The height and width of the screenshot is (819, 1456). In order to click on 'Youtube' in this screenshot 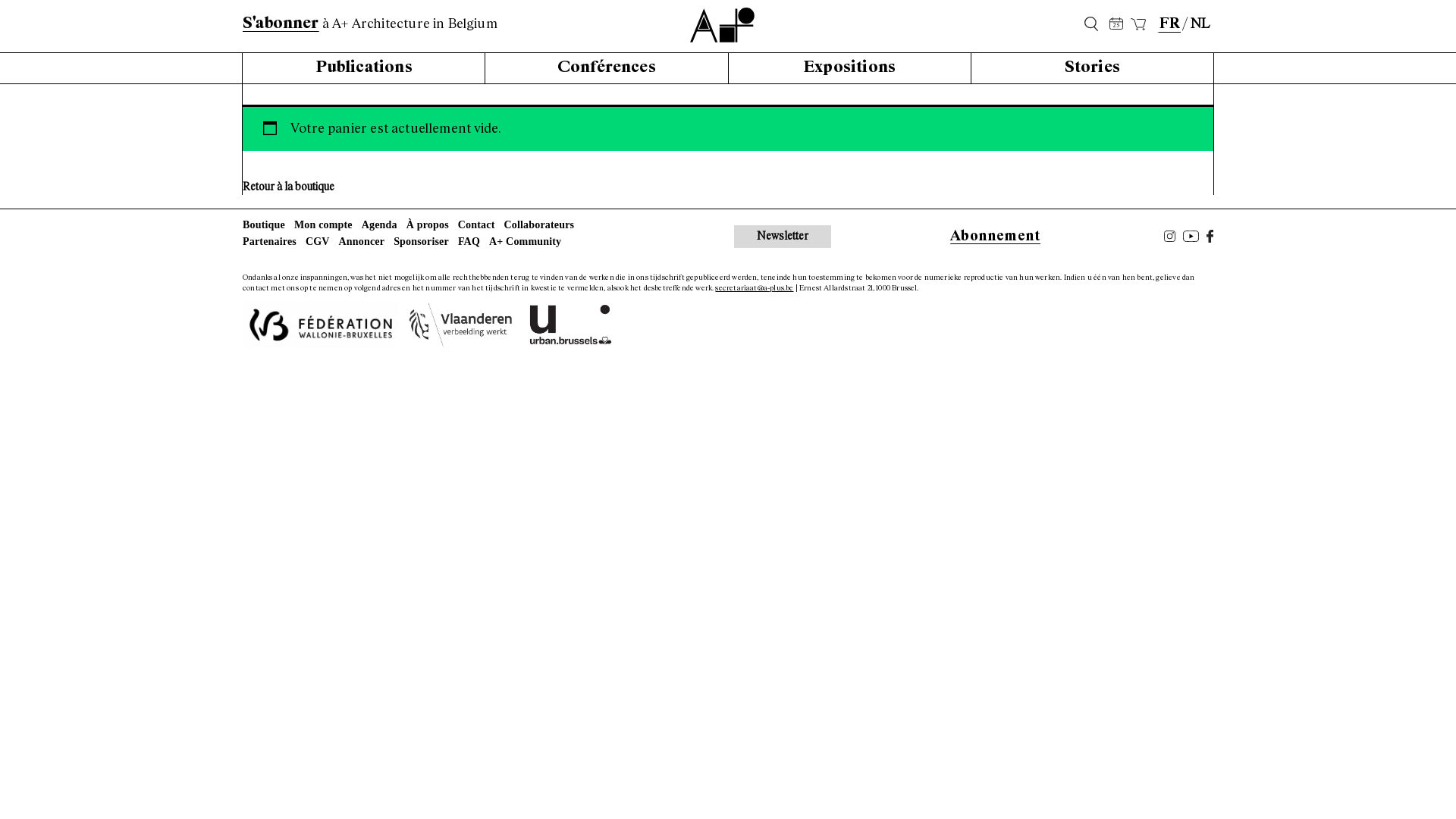, I will do `click(1190, 236)`.